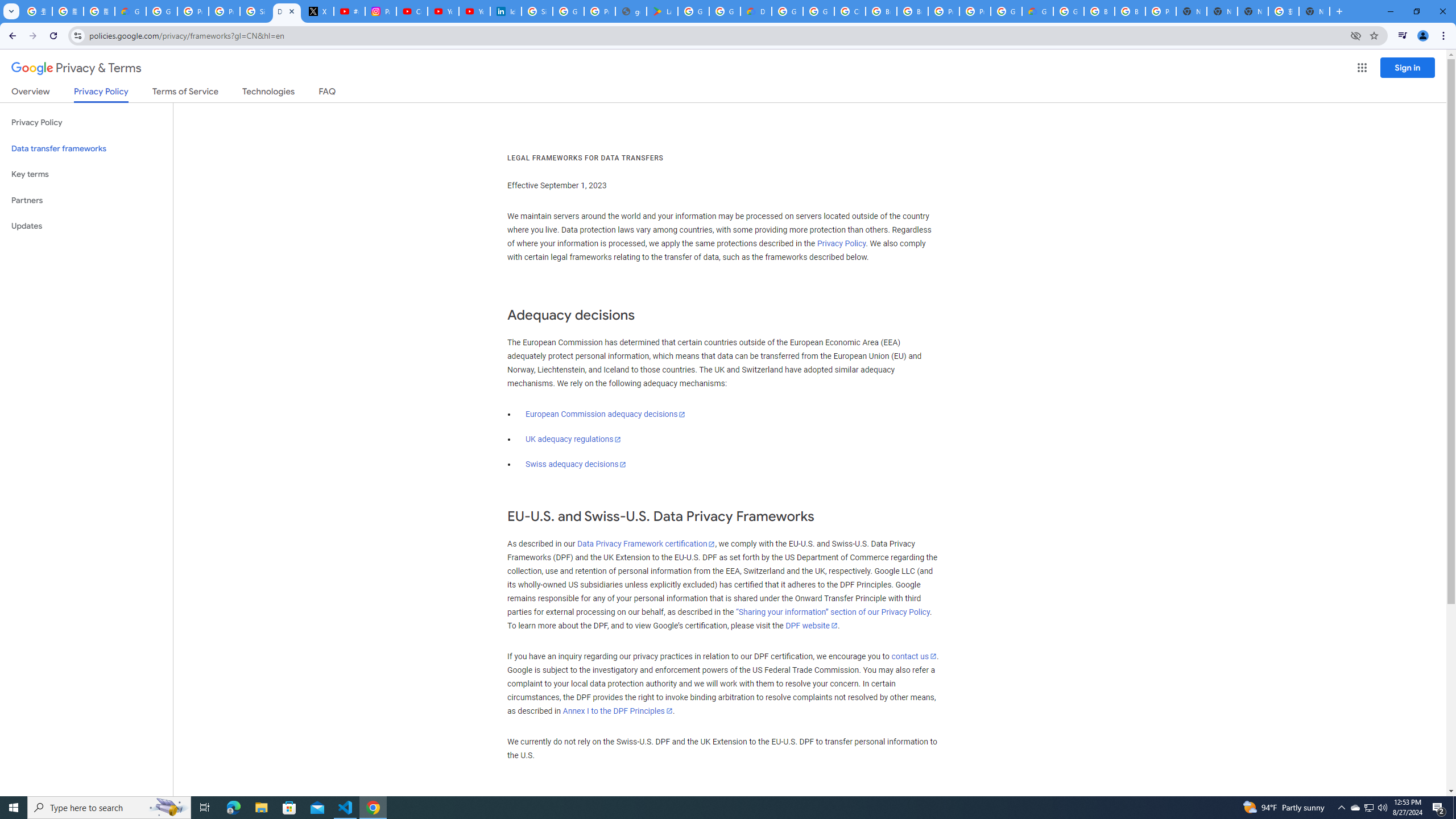  I want to click on 'Google Cloud Estimate Summary', so click(1037, 11).